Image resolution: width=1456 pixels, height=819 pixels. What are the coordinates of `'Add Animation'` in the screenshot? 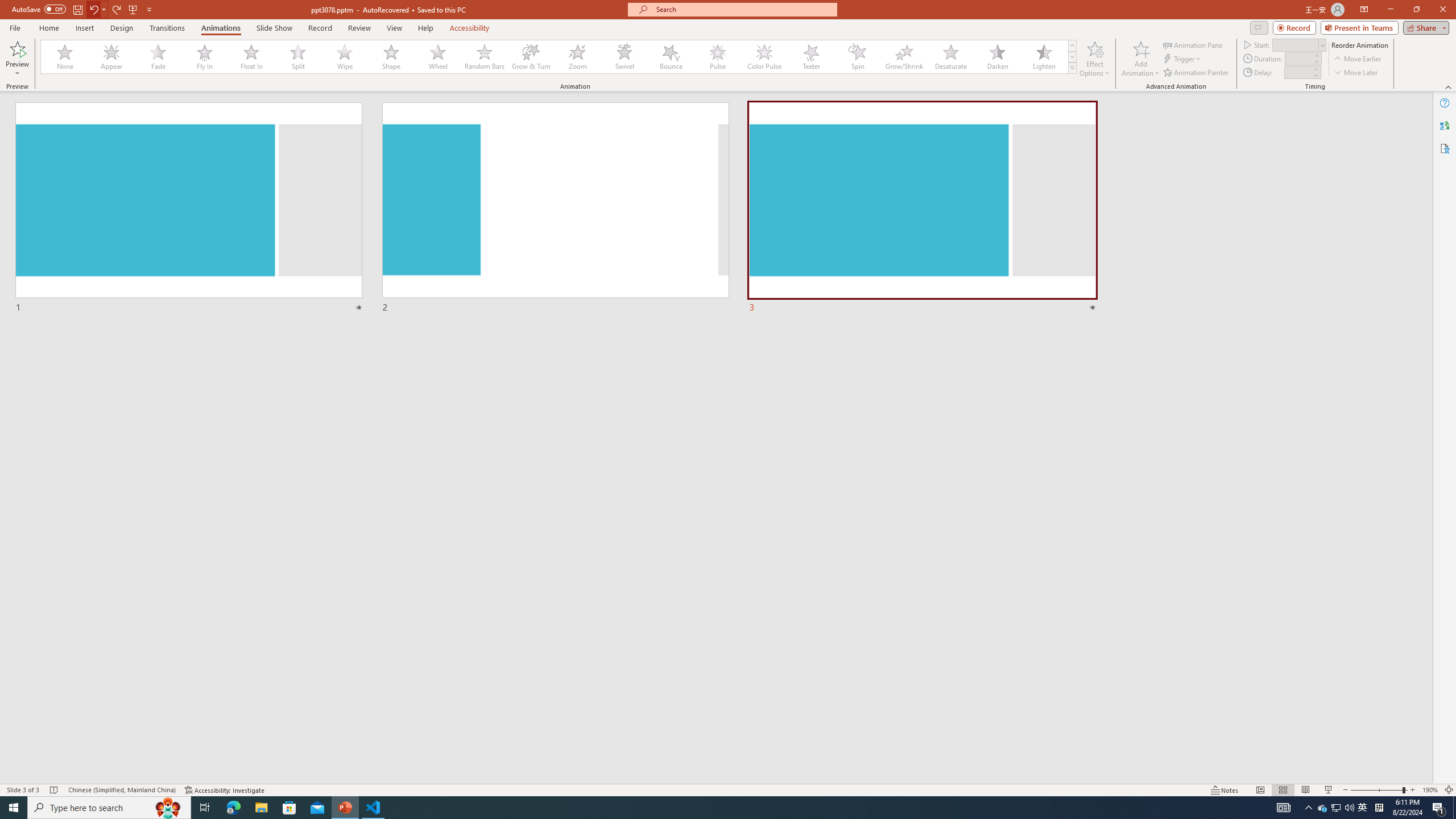 It's located at (1141, 59).